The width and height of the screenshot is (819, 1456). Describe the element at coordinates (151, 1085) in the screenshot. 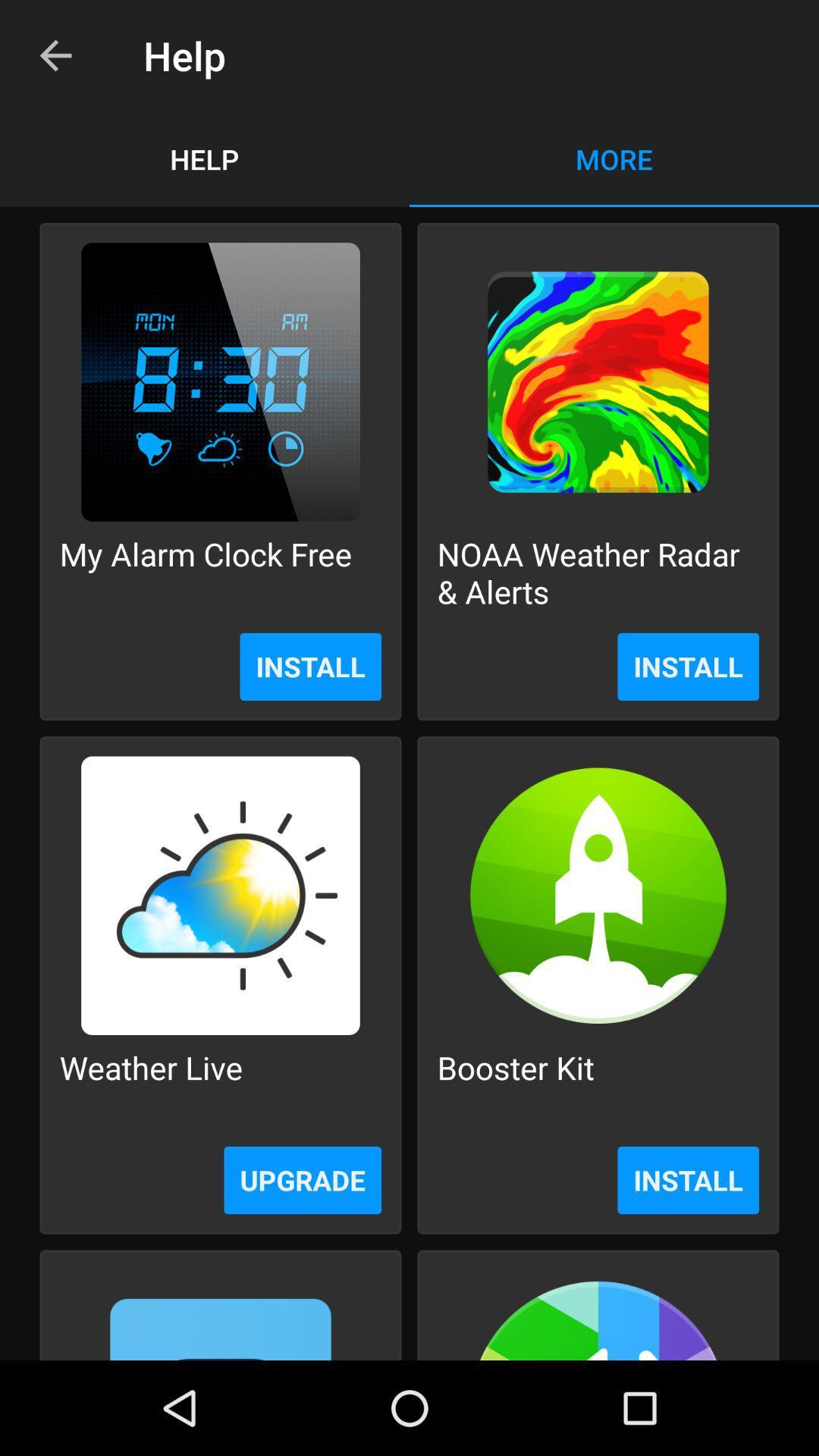

I see `item above upgrade item` at that location.